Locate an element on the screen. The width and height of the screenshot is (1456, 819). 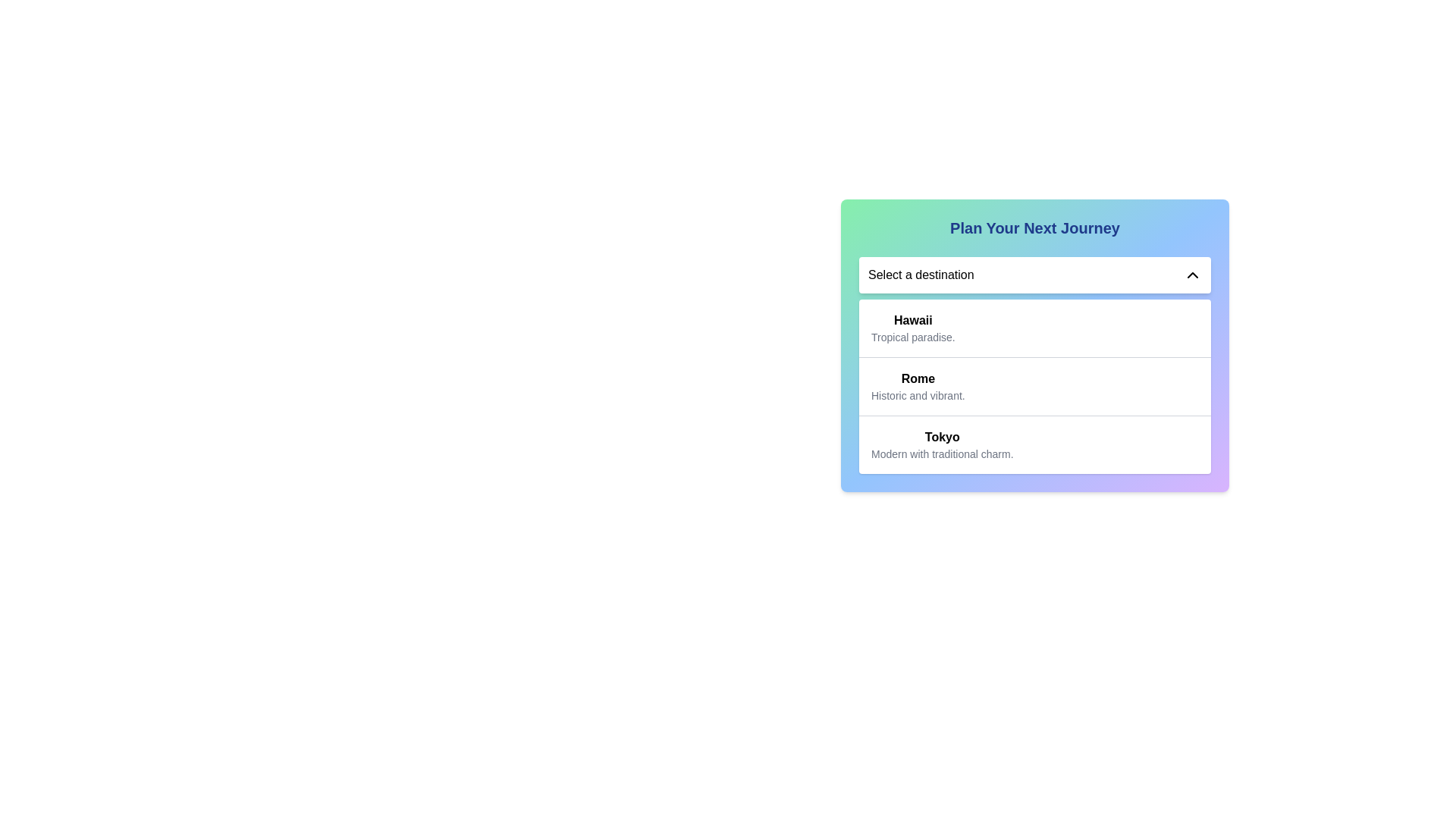
the chevron arrow icon button that indicates the dropdown menu's current state is located at coordinates (1192, 275).